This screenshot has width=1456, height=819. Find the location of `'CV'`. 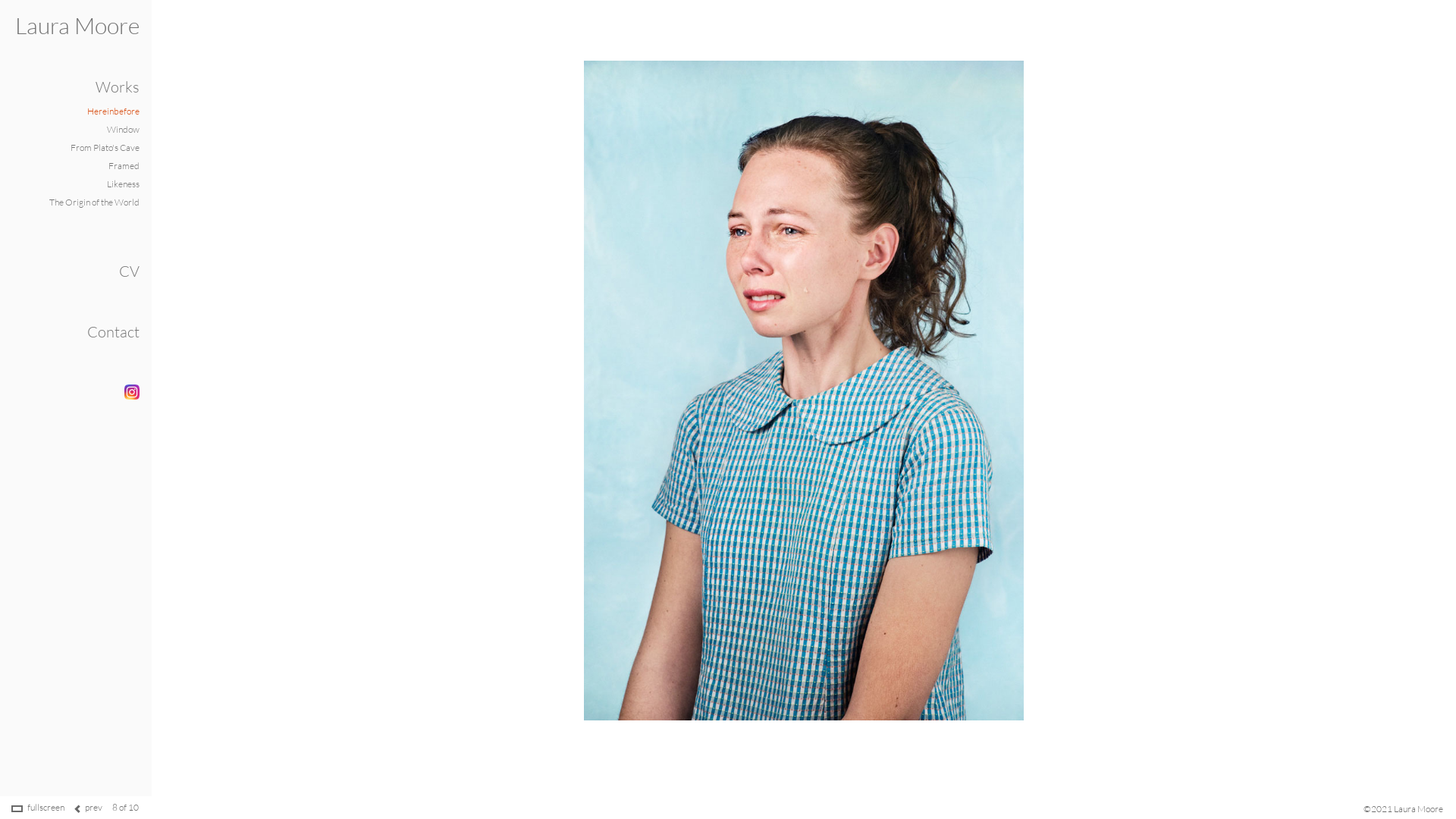

'CV' is located at coordinates (129, 270).